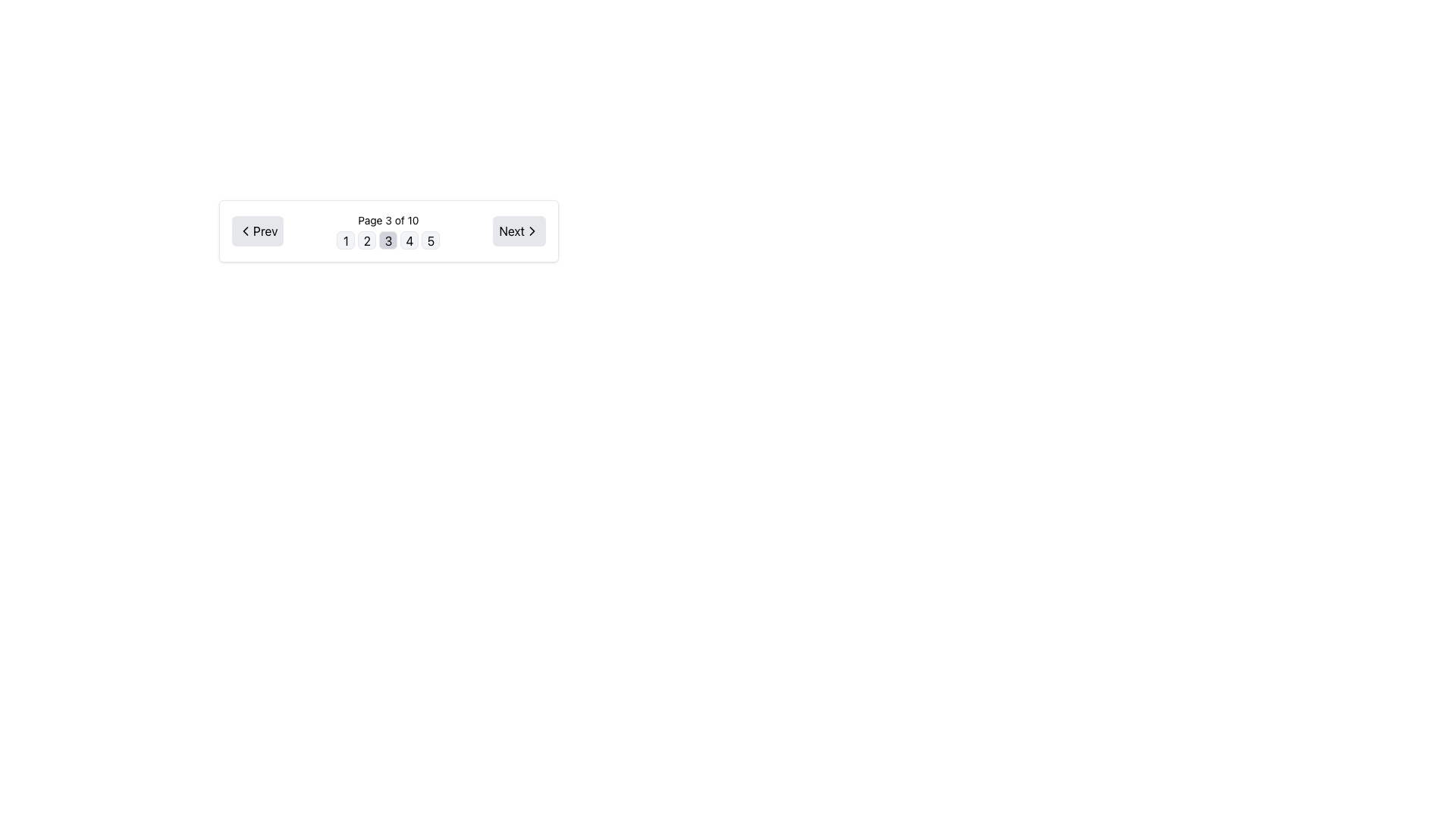 This screenshot has height=819, width=1456. I want to click on the leftmost button in the navigation control bar to move to the previous page, so click(258, 231).